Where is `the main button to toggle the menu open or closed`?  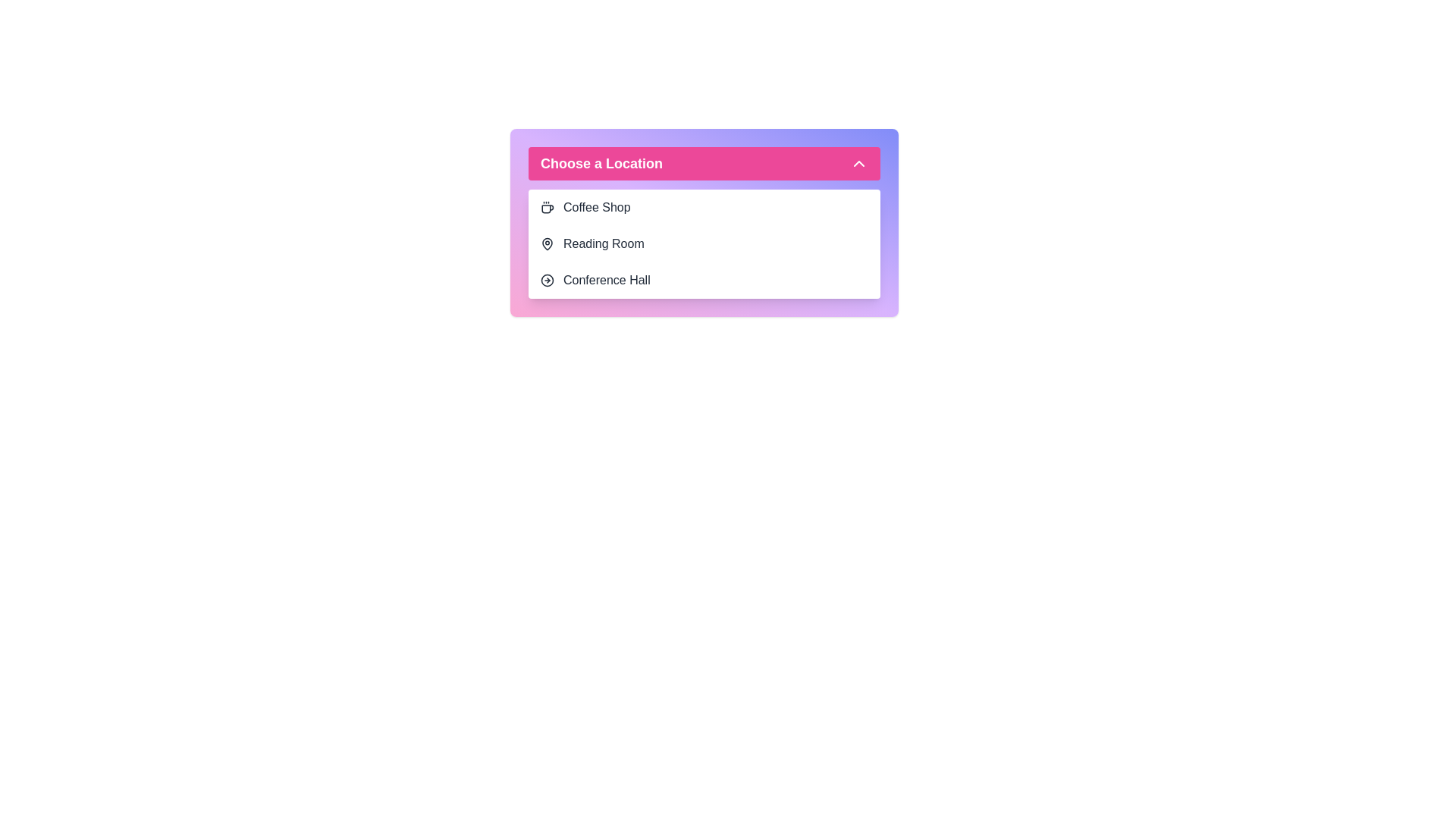
the main button to toggle the menu open or closed is located at coordinates (704, 164).